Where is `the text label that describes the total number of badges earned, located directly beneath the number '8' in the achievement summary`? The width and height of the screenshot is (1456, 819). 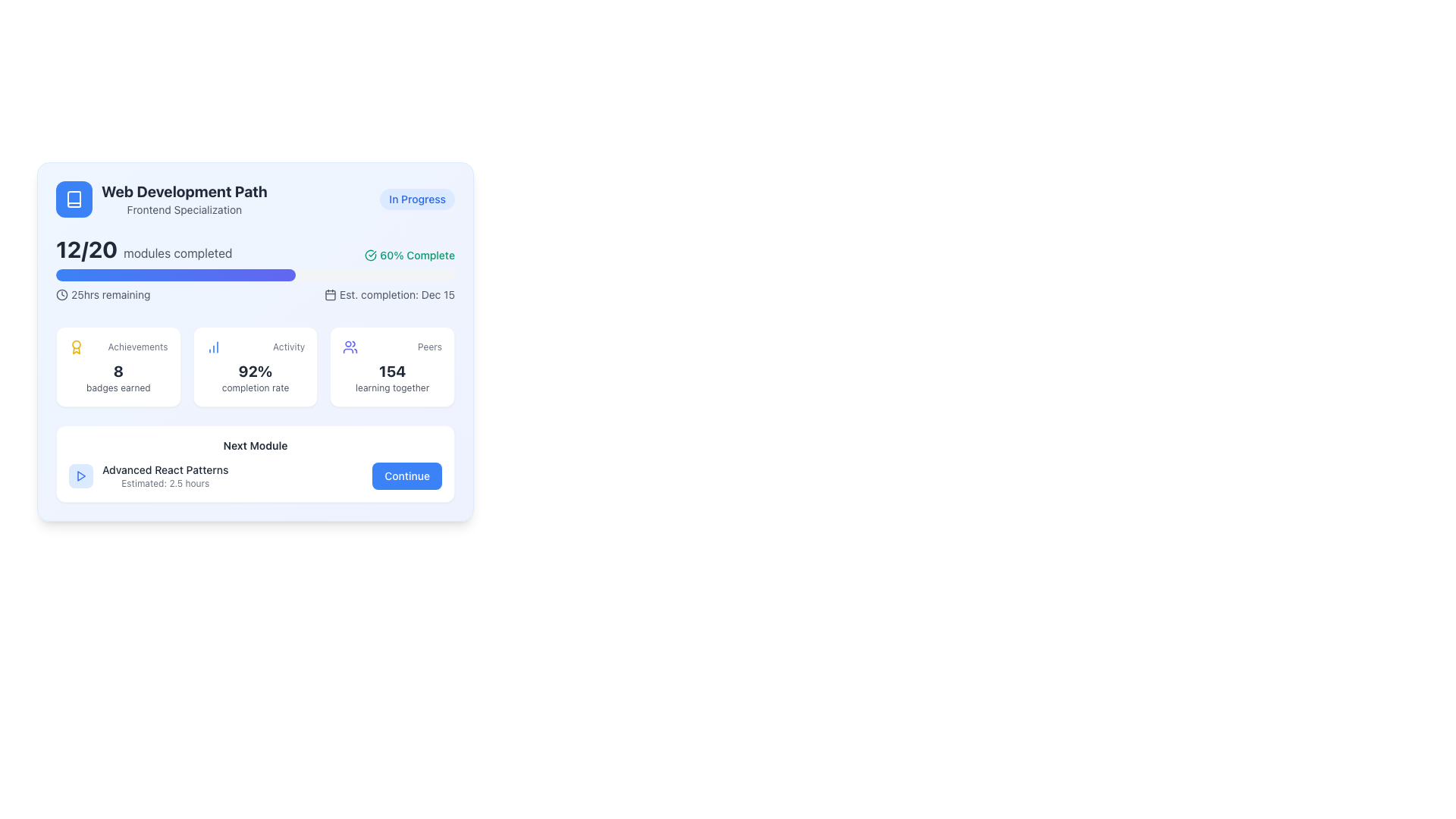 the text label that describes the total number of badges earned, located directly beneath the number '8' in the achievement summary is located at coordinates (118, 388).